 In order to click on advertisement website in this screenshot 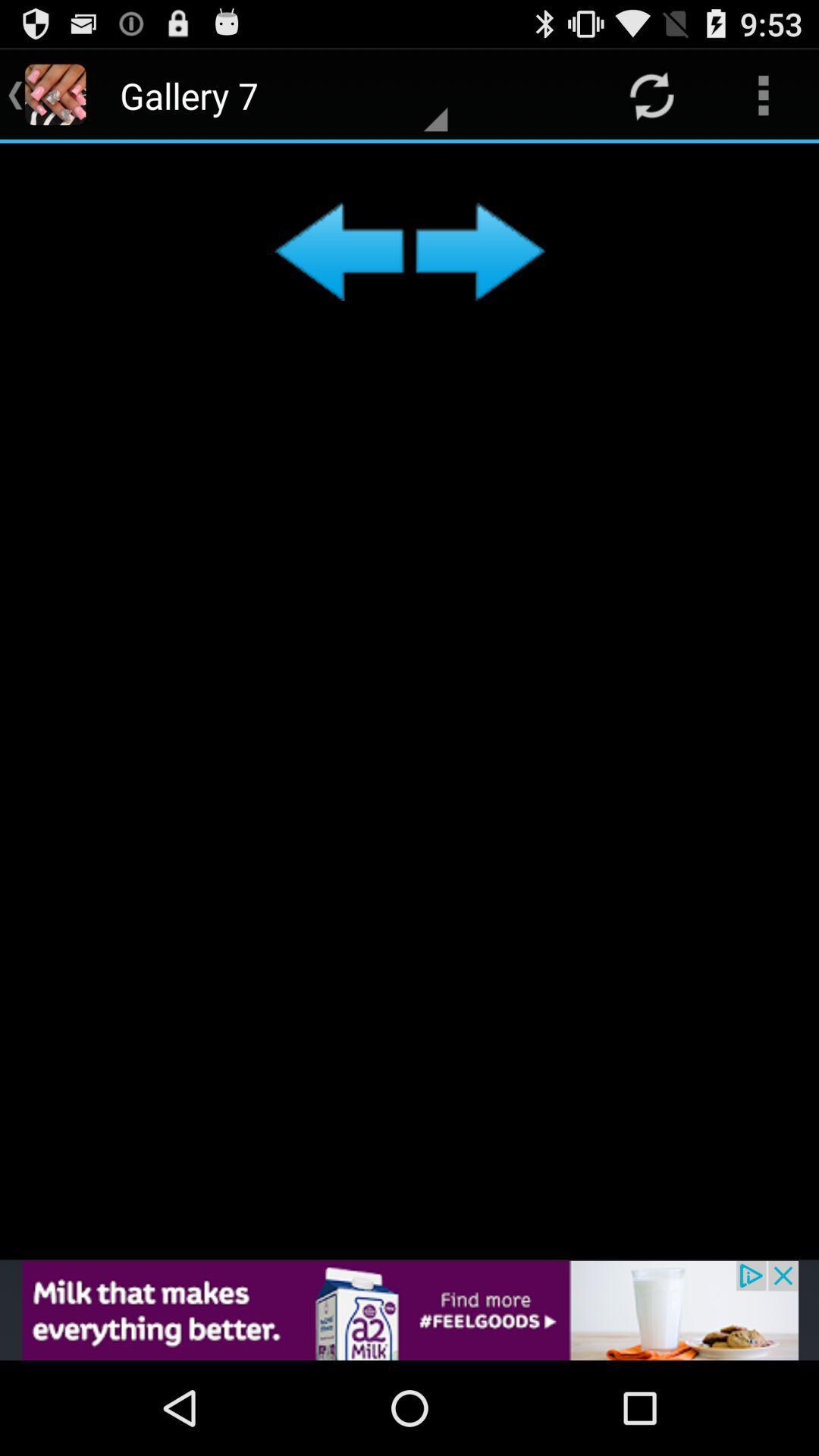, I will do `click(409, 1310)`.